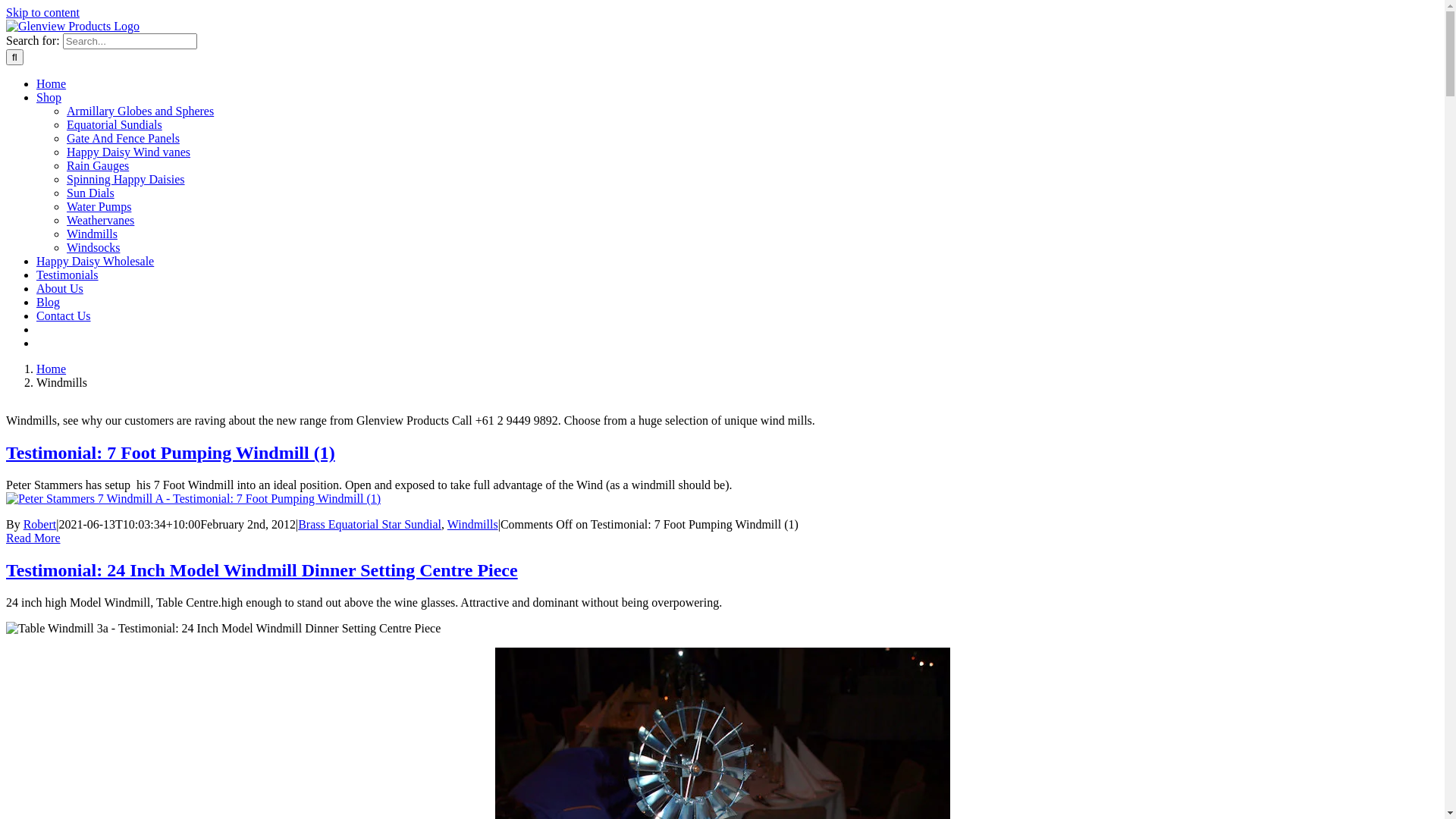 This screenshot has height=819, width=1456. Describe the element at coordinates (93, 246) in the screenshot. I see `'Windsocks'` at that location.